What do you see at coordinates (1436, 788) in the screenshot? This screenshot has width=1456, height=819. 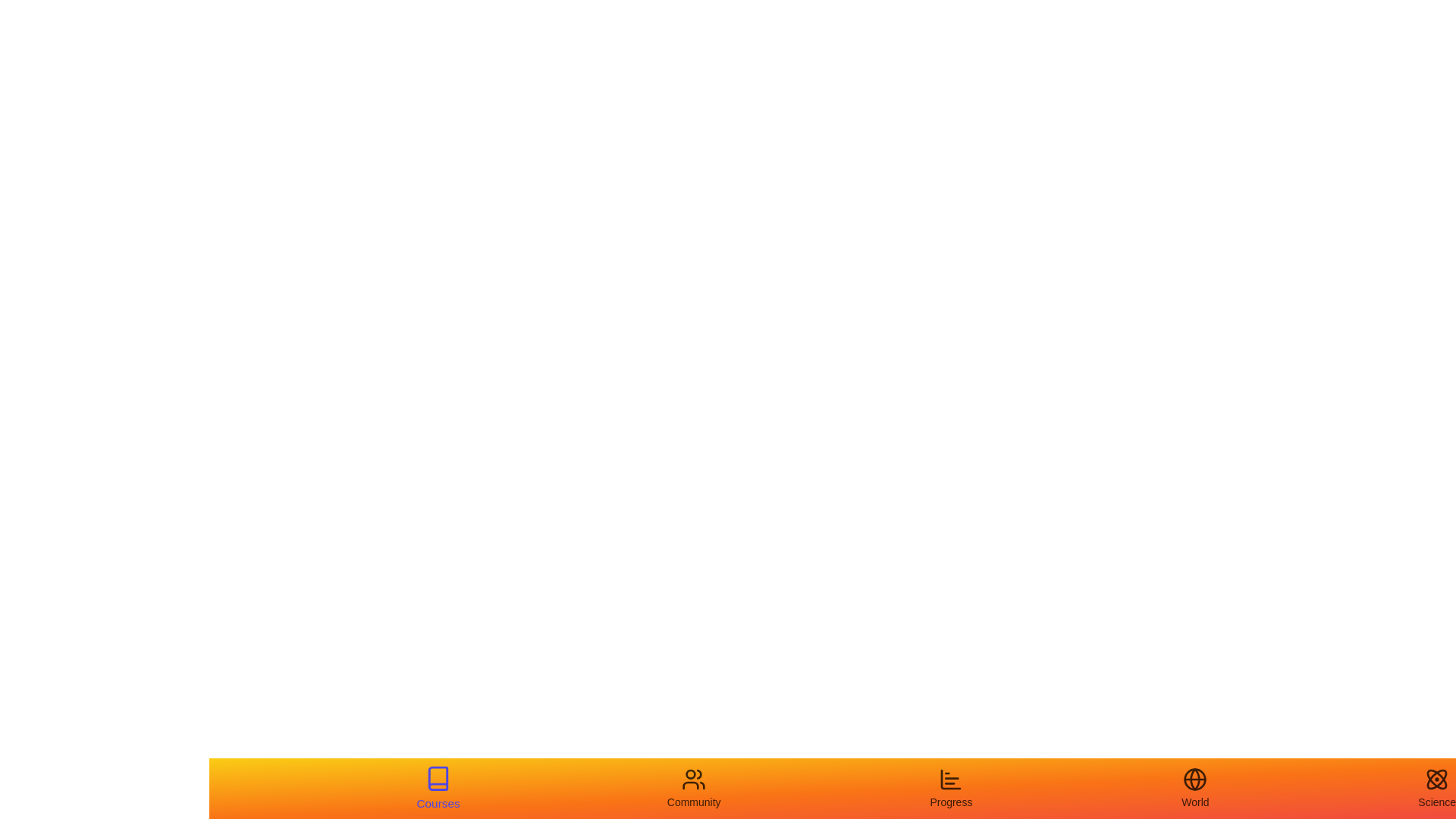 I see `the Science tab to view its hover effect` at bounding box center [1436, 788].